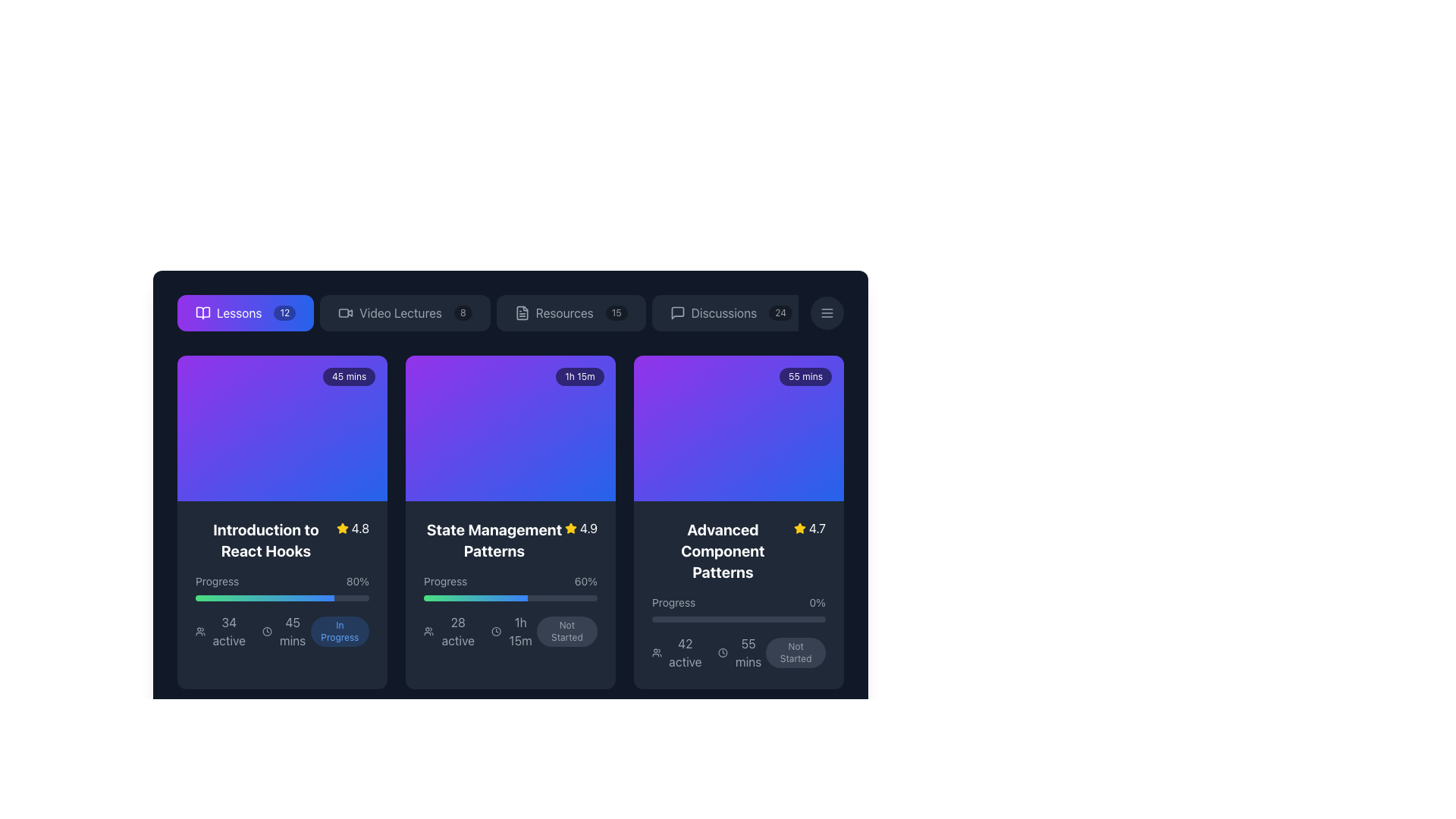  What do you see at coordinates (570, 528) in the screenshot?
I see `the yellow star icon representing ratings located in the card titled 'State Management Patterns', positioned to the left of the numeric rating '4.9'` at bounding box center [570, 528].